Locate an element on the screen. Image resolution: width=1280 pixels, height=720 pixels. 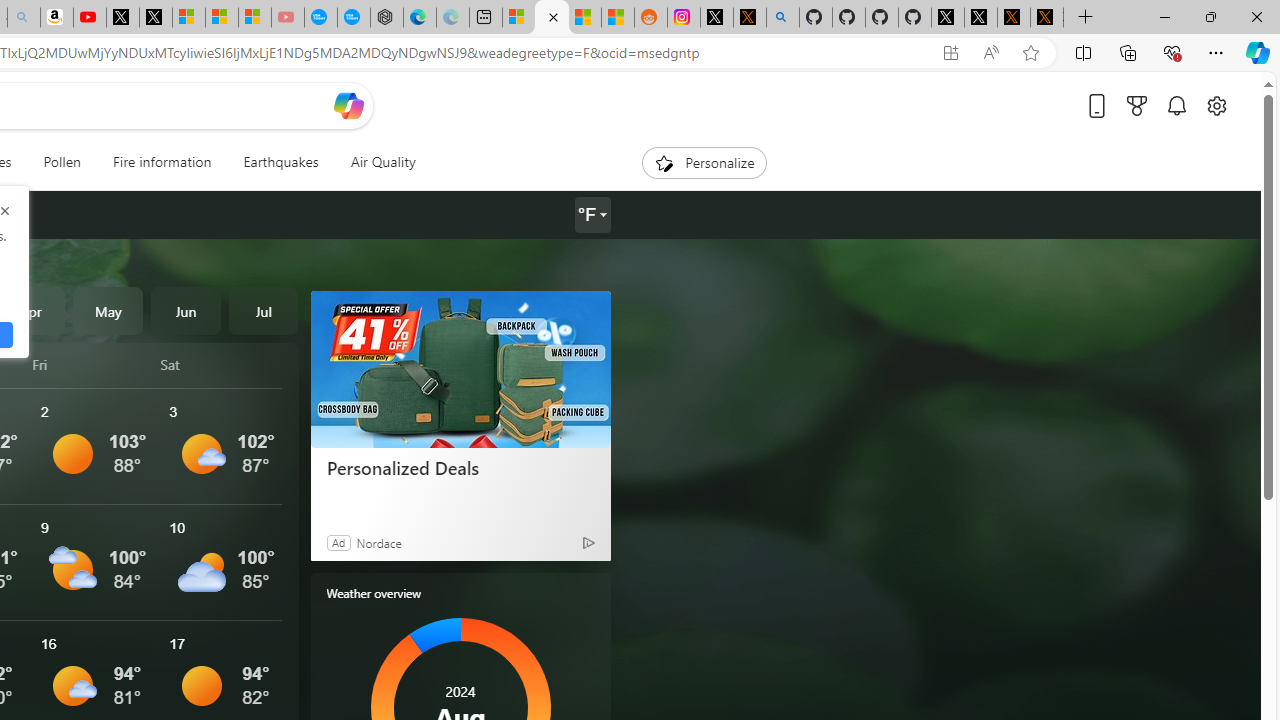
'Microsoft account | Microsoft Account Privacy Settings' is located at coordinates (519, 17).